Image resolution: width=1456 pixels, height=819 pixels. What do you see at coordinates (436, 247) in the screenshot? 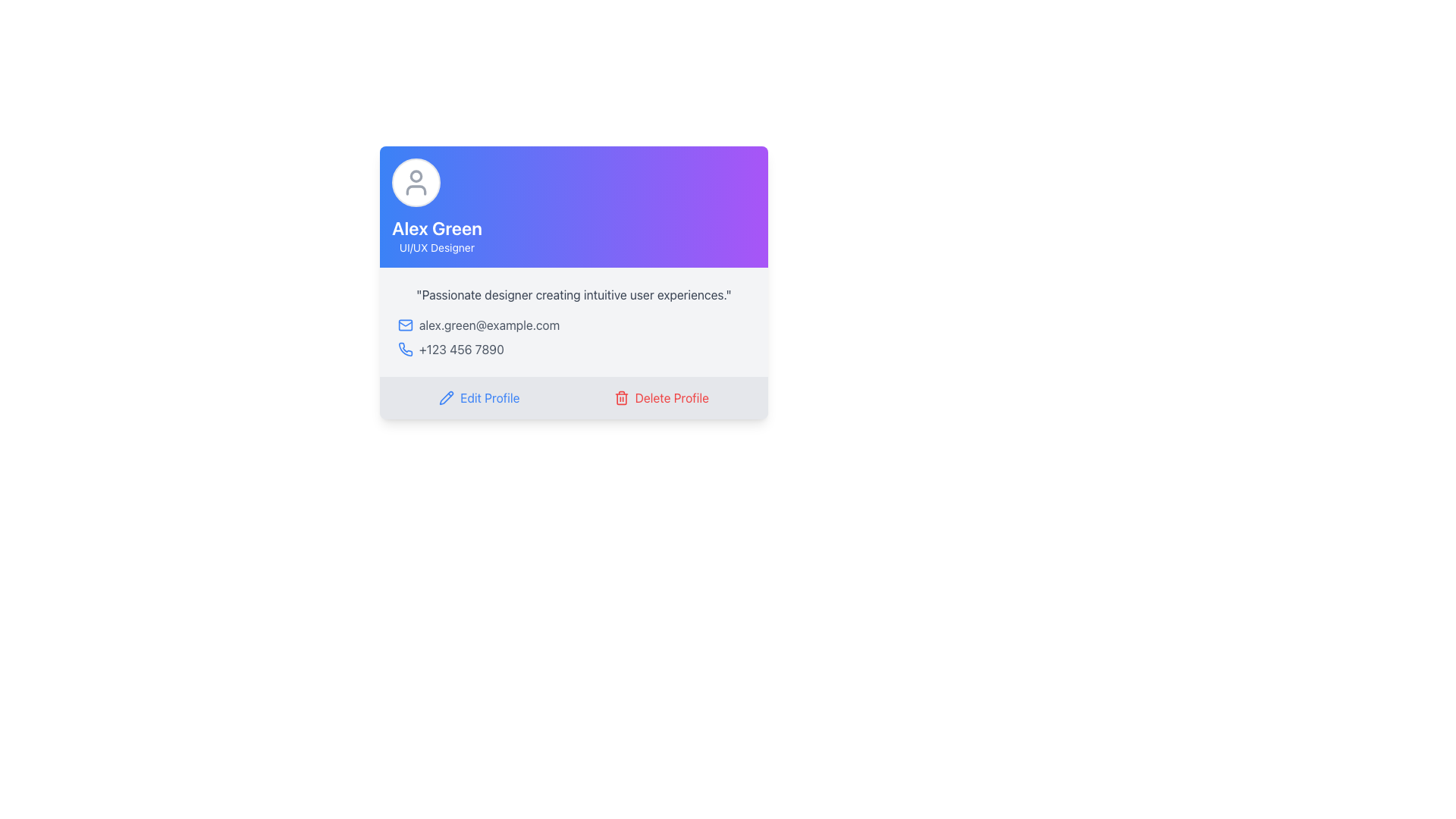
I see `text label indicating the professional title related to 'Alex Green', which is centrally aligned below the name and located in the top section of the card with a gradient background` at bounding box center [436, 247].